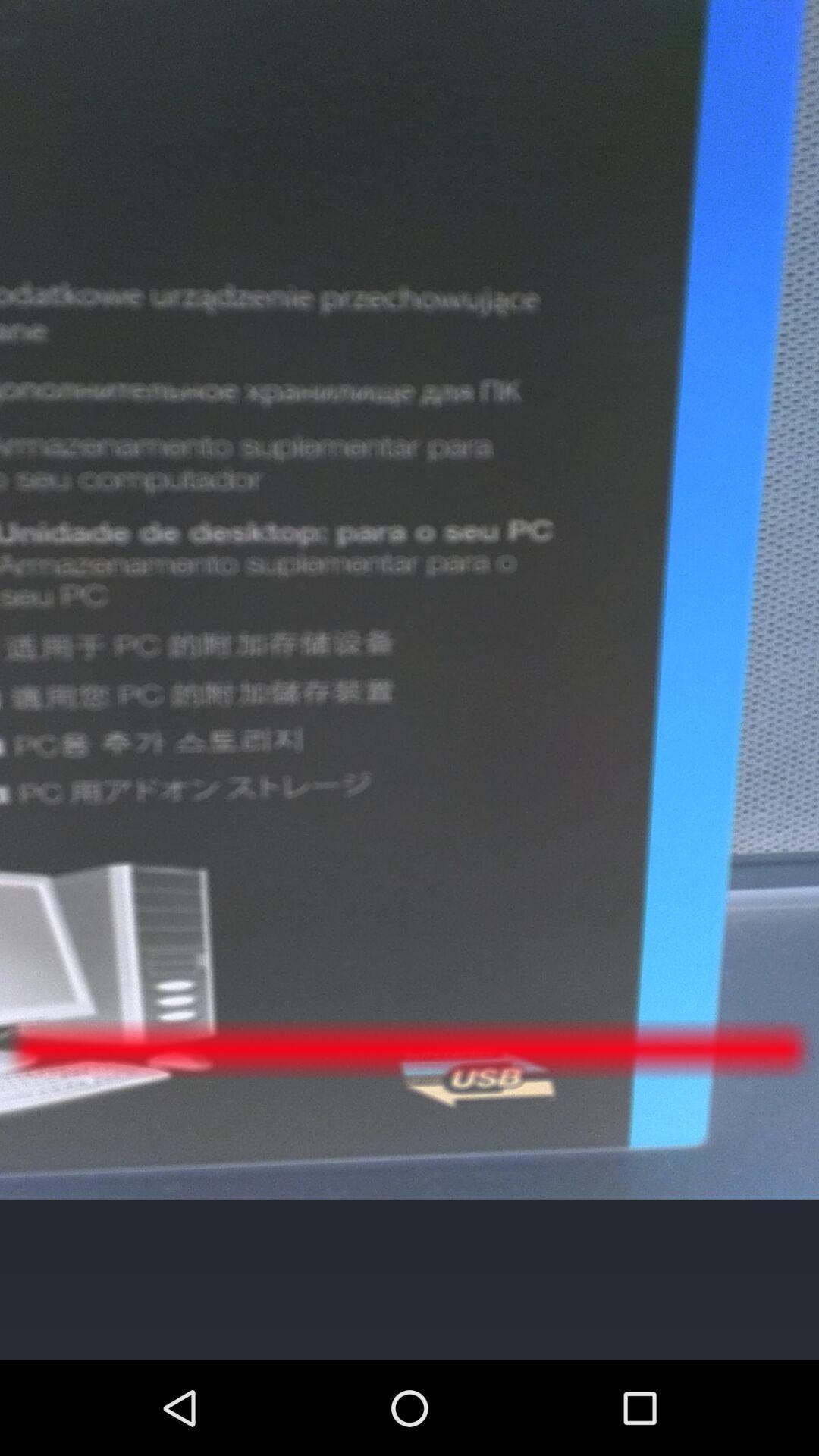 This screenshot has height=1456, width=819. What do you see at coordinates (408, 1279) in the screenshot?
I see `the item at the bottom` at bounding box center [408, 1279].